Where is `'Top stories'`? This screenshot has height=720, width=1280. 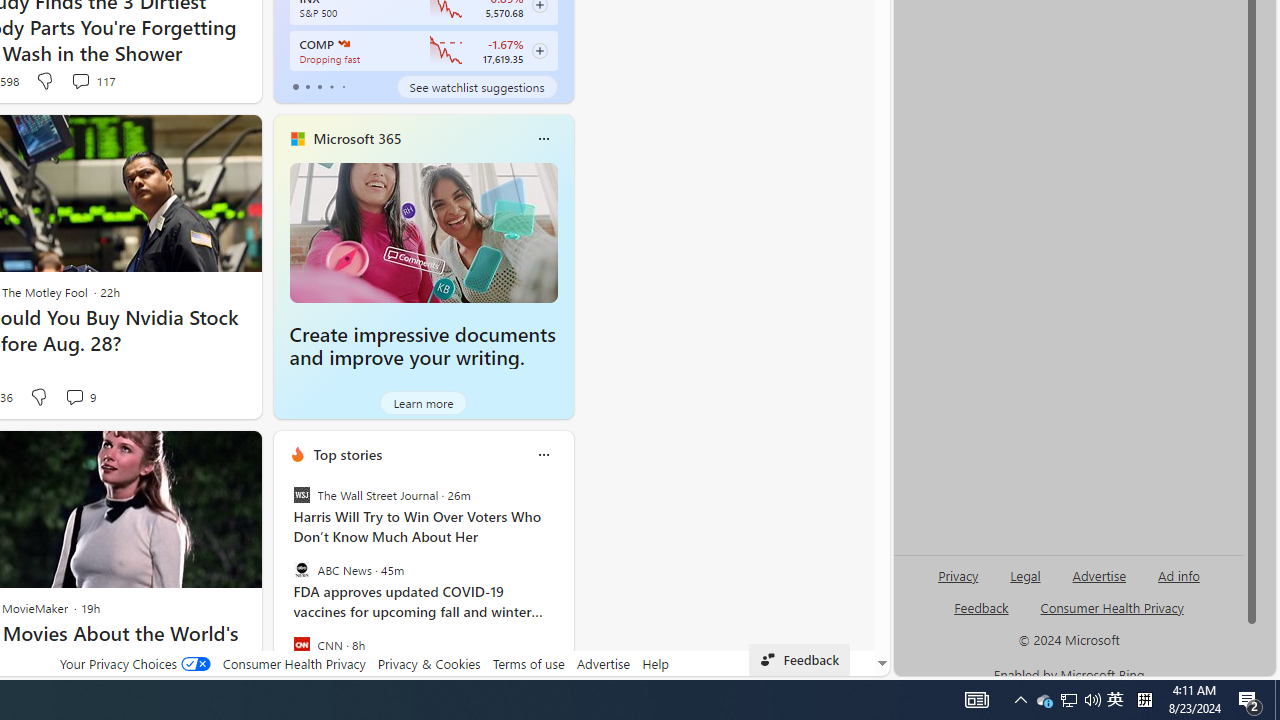 'Top stories' is located at coordinates (348, 454).